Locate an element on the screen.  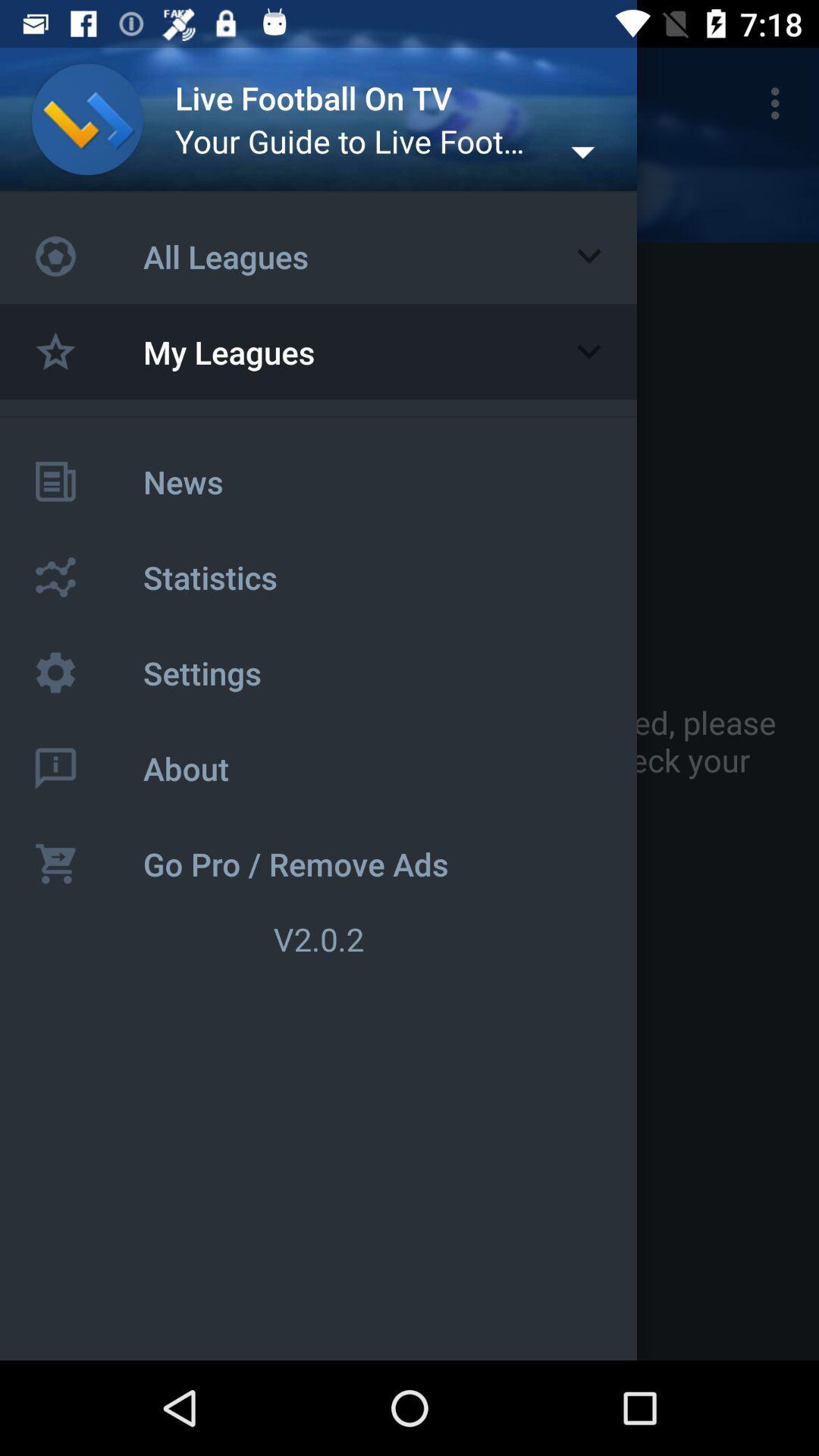
item next to the live football on is located at coordinates (779, 102).